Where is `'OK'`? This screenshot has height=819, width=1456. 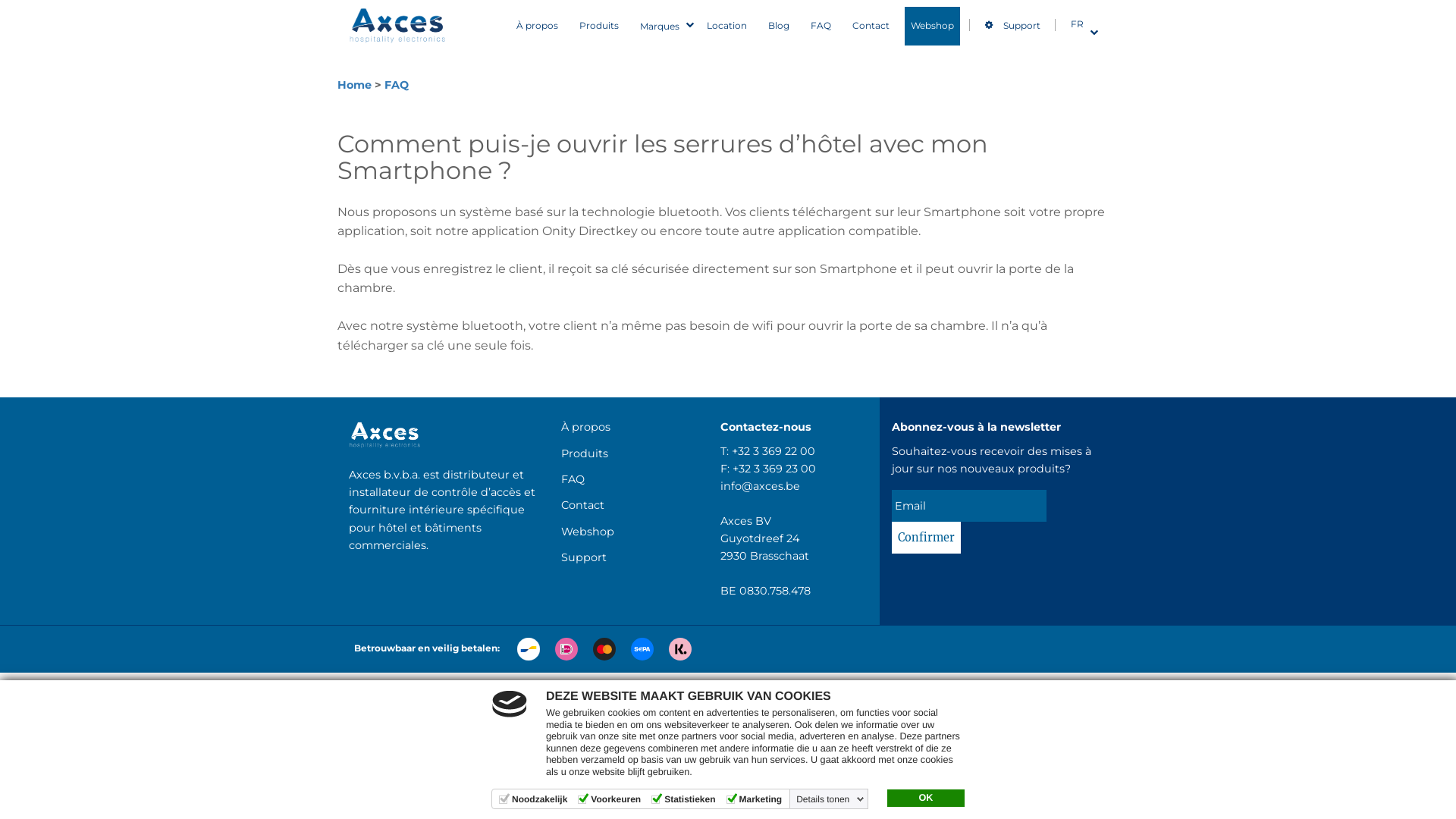
'OK' is located at coordinates (924, 798).